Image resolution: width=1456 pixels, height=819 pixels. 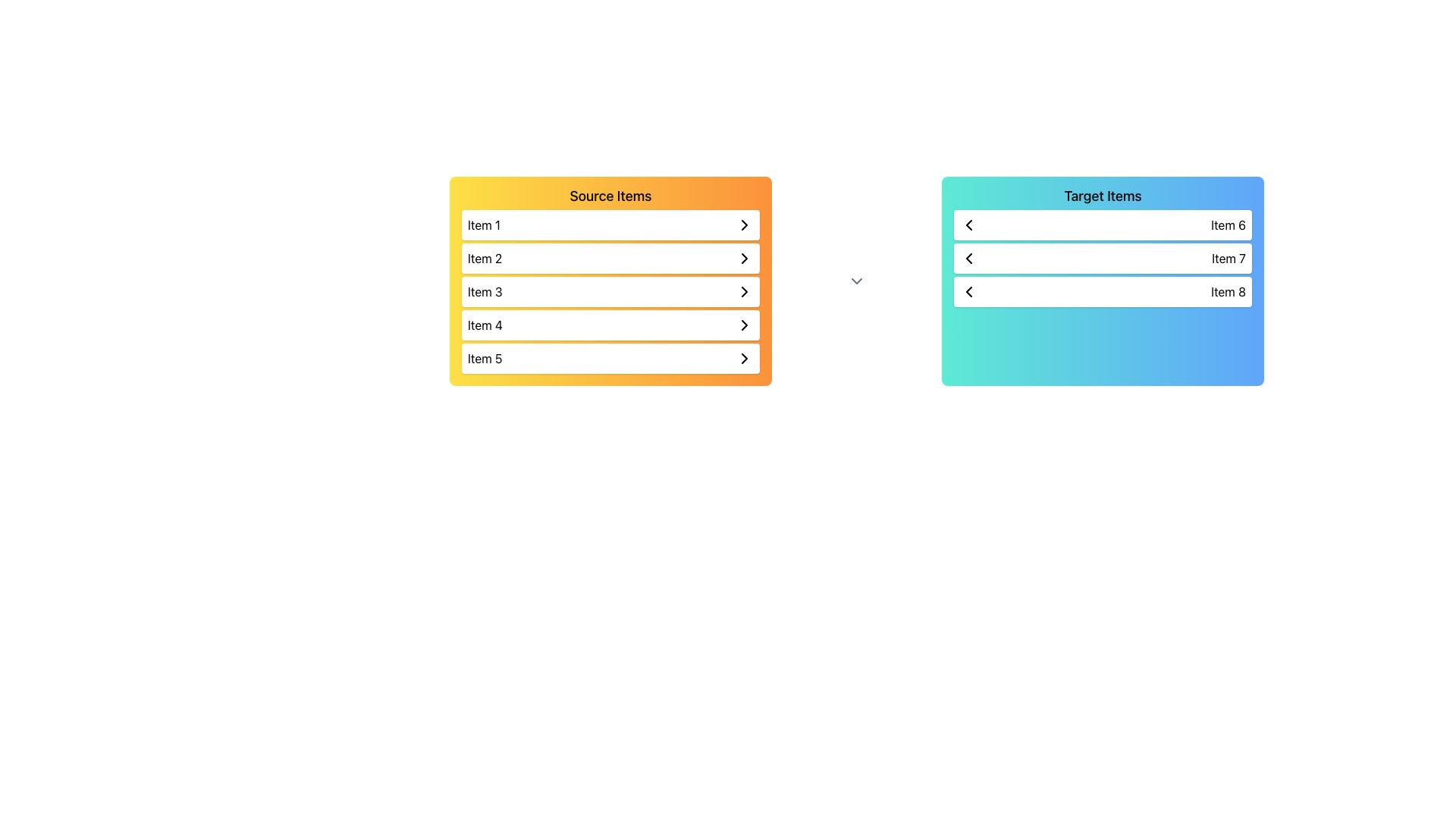 What do you see at coordinates (968, 292) in the screenshot?
I see `the Chevron icon located in the third row of the 'Target Items' panel, to the left of 'Item 8'` at bounding box center [968, 292].